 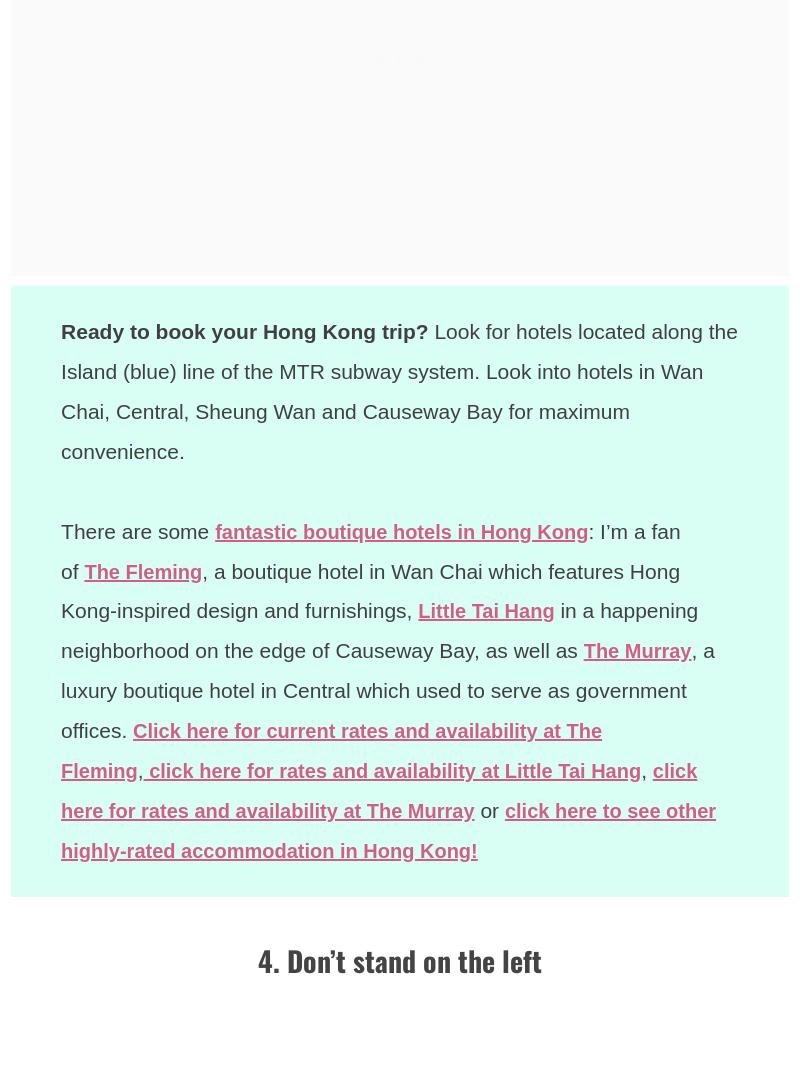 What do you see at coordinates (638, 649) in the screenshot?
I see `'The Murray'` at bounding box center [638, 649].